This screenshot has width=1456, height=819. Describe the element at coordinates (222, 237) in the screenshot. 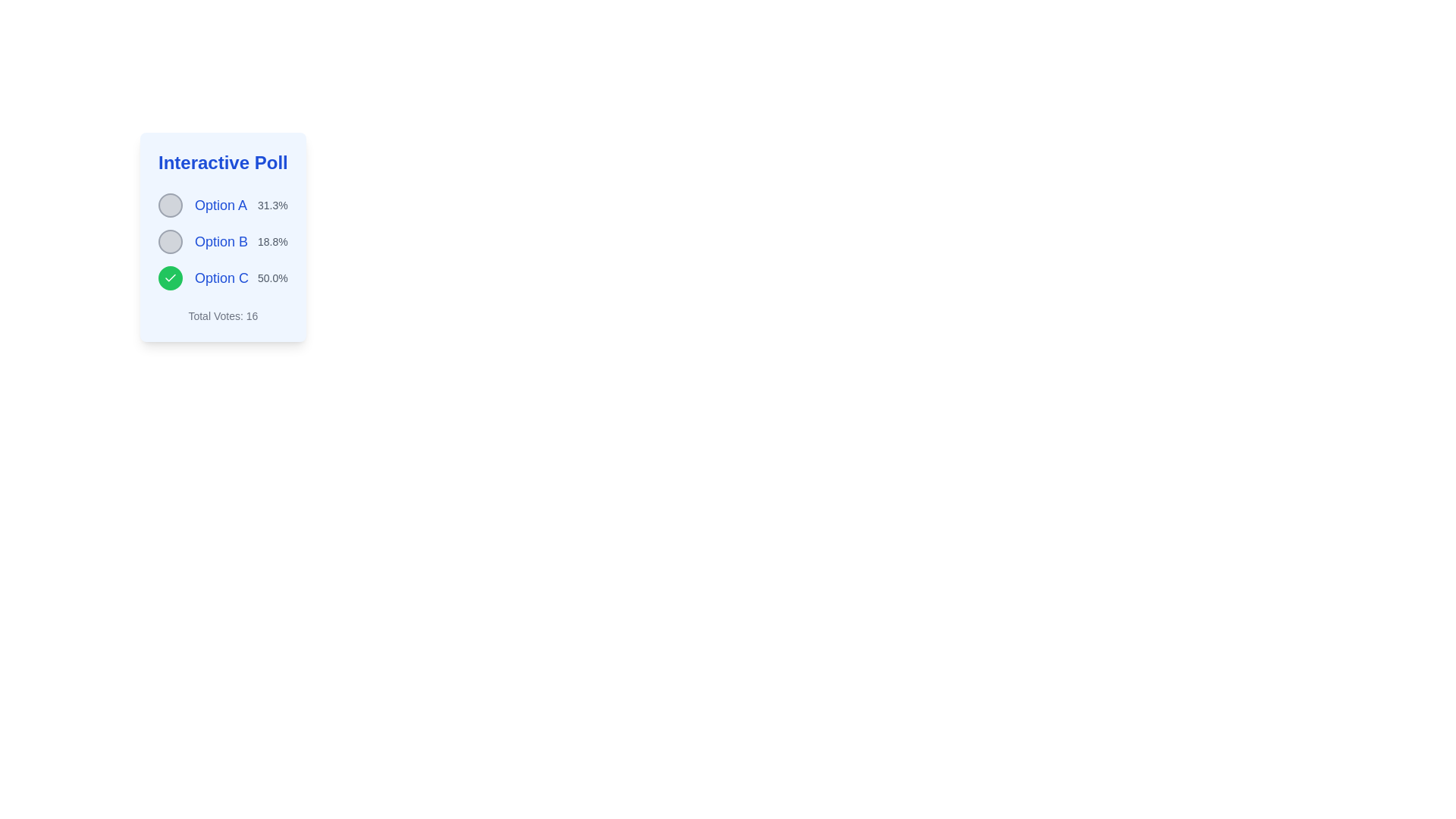

I see `one of the selectable options in the Polling widget to mark it as selected` at that location.